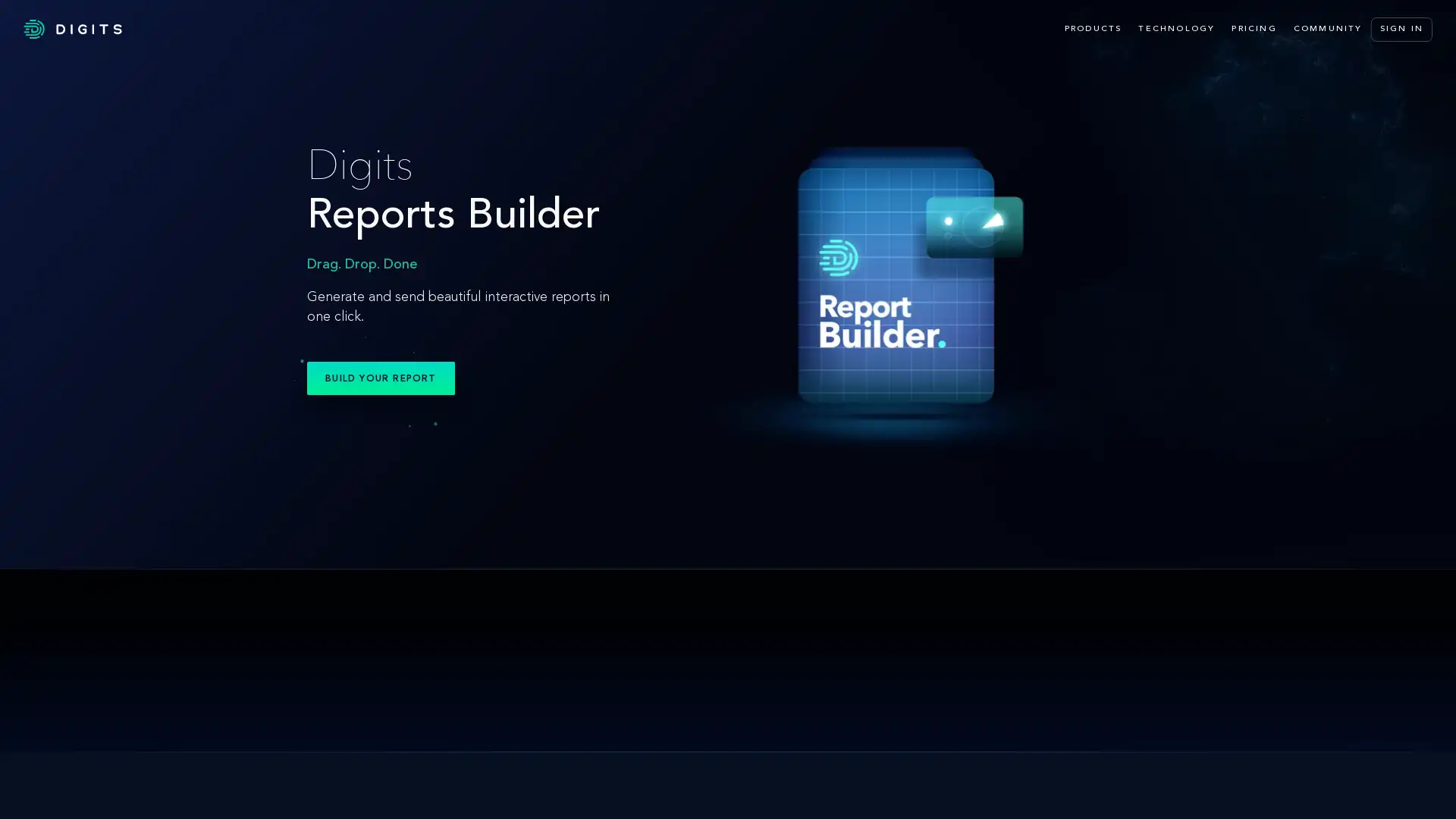  What do you see at coordinates (1092, 472) in the screenshot?
I see `Advisory Tools` at bounding box center [1092, 472].